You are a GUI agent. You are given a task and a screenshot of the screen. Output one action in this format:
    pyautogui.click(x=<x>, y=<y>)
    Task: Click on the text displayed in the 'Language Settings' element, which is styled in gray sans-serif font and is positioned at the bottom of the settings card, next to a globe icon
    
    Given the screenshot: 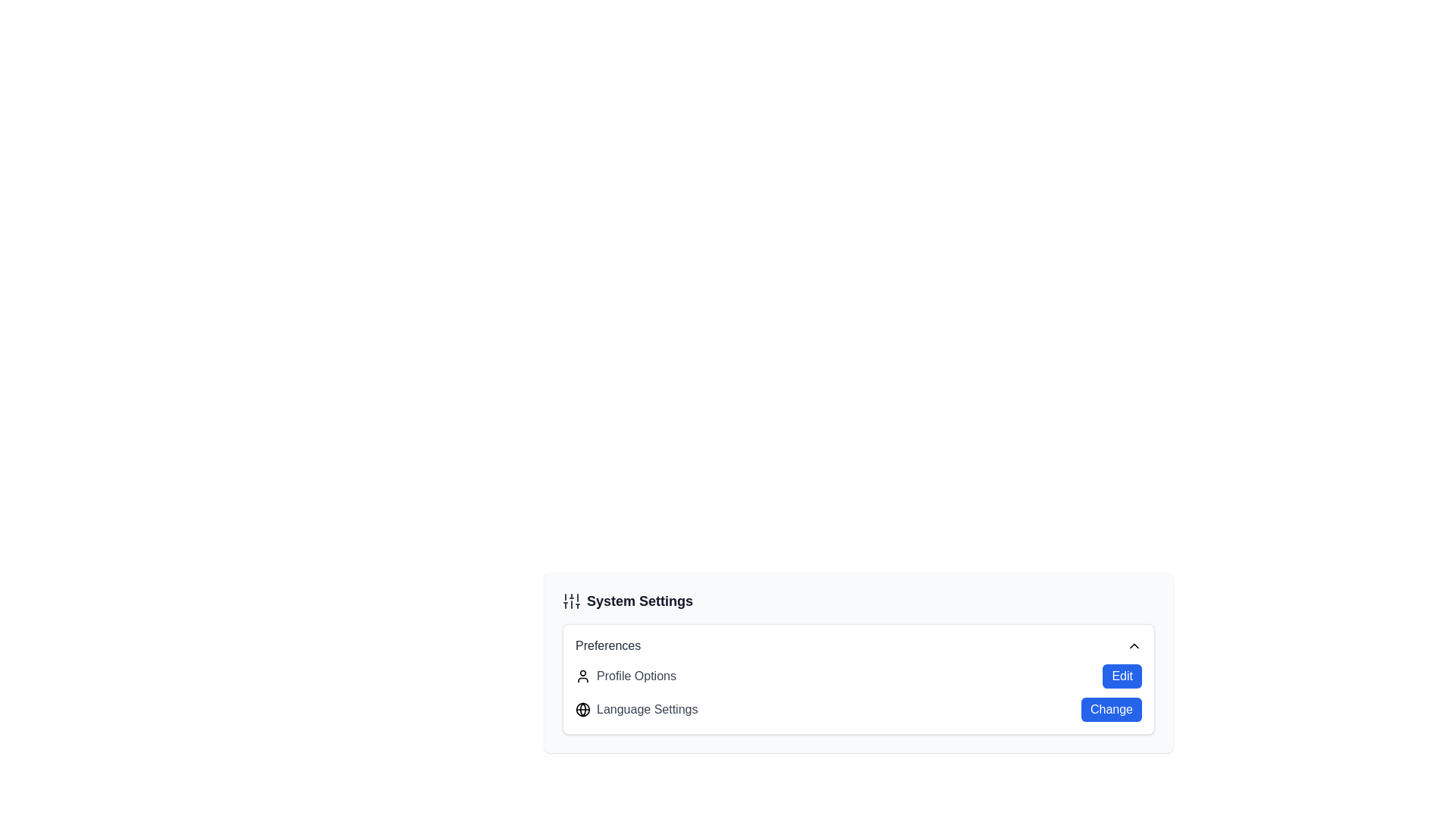 What is the action you would take?
    pyautogui.click(x=647, y=710)
    